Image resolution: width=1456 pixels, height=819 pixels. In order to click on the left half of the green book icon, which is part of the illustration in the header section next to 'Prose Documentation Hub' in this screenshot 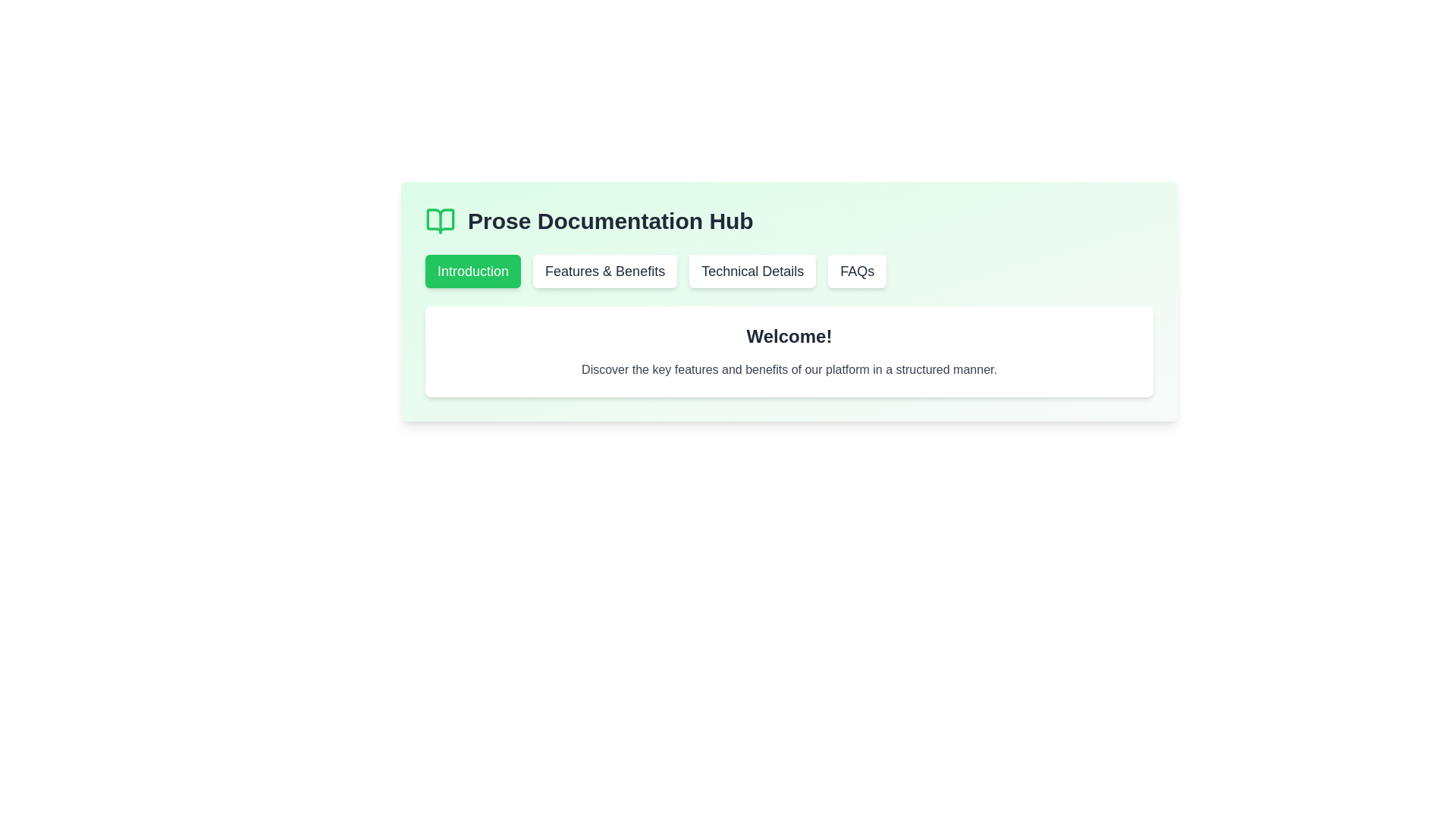, I will do `click(439, 221)`.